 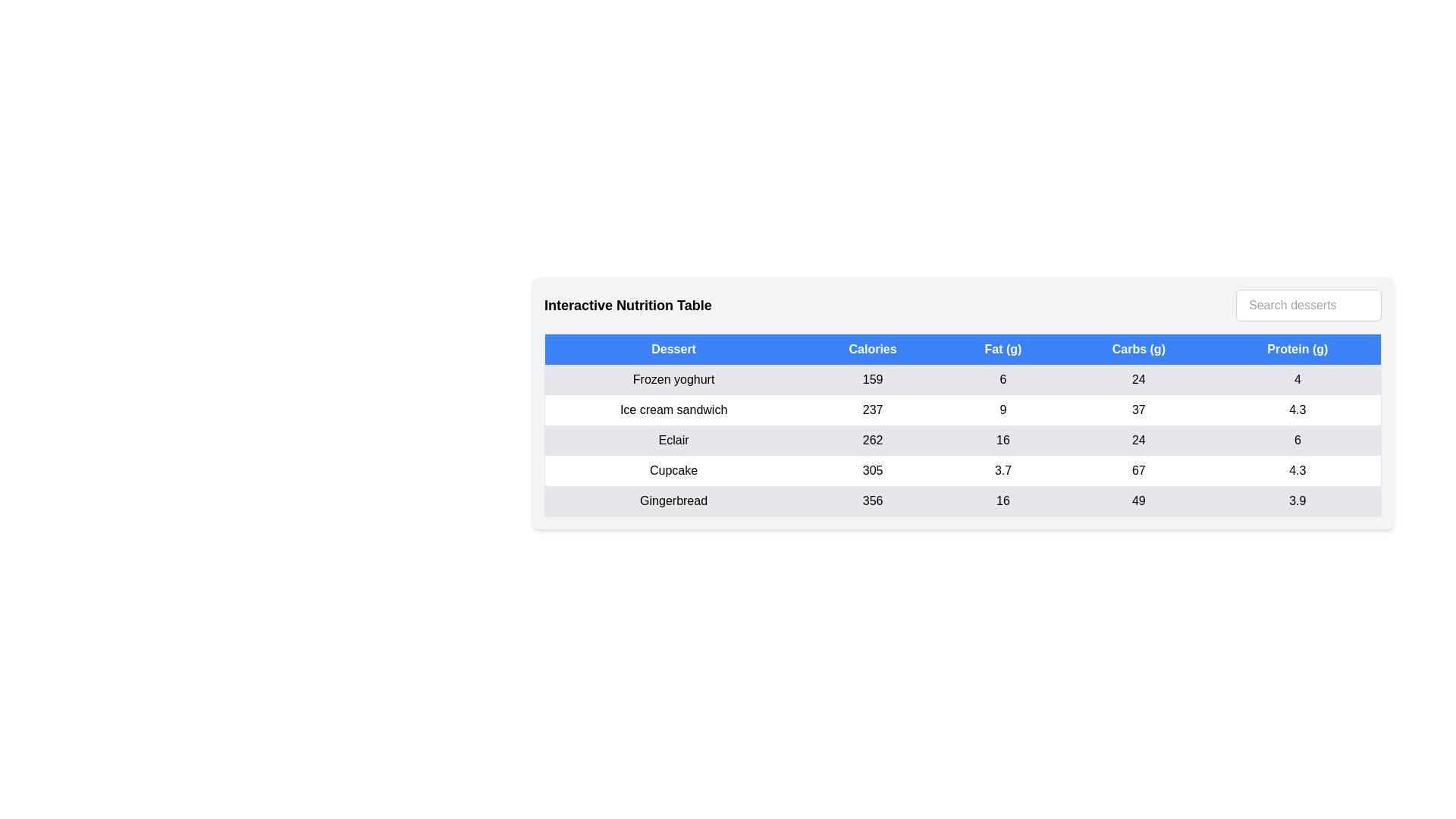 I want to click on the column header Dessert, so click(x=673, y=349).